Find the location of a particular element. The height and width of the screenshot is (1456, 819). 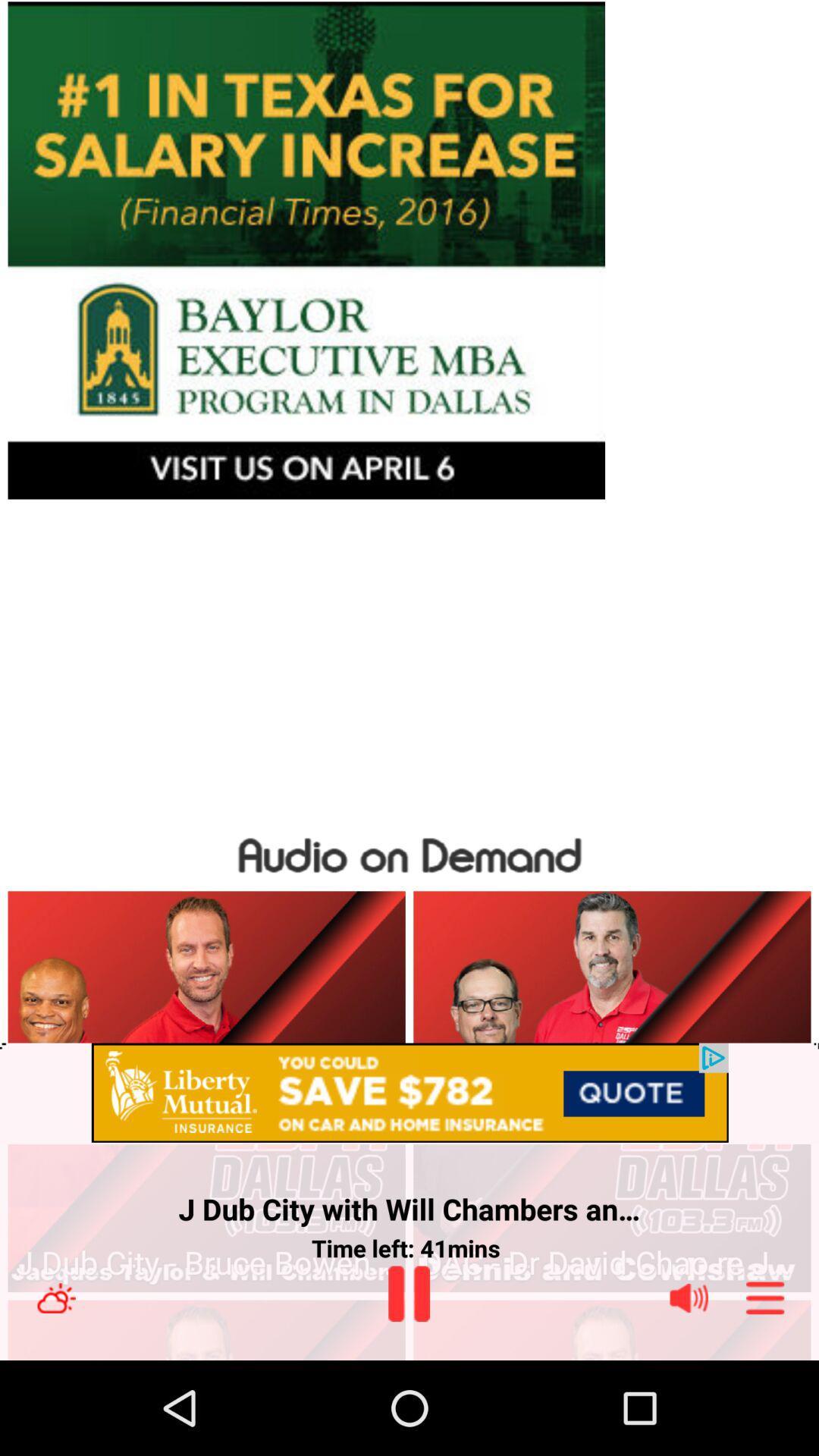

the pause icon is located at coordinates (408, 1385).